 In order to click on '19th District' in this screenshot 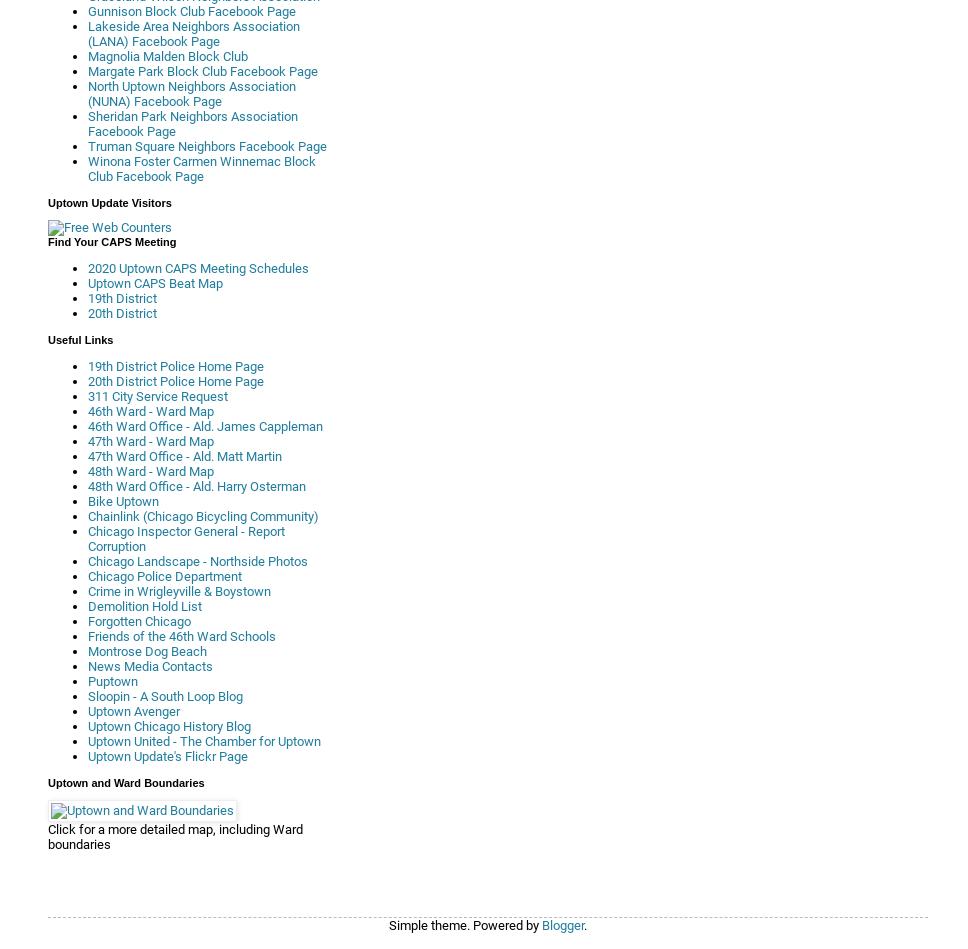, I will do `click(121, 297)`.